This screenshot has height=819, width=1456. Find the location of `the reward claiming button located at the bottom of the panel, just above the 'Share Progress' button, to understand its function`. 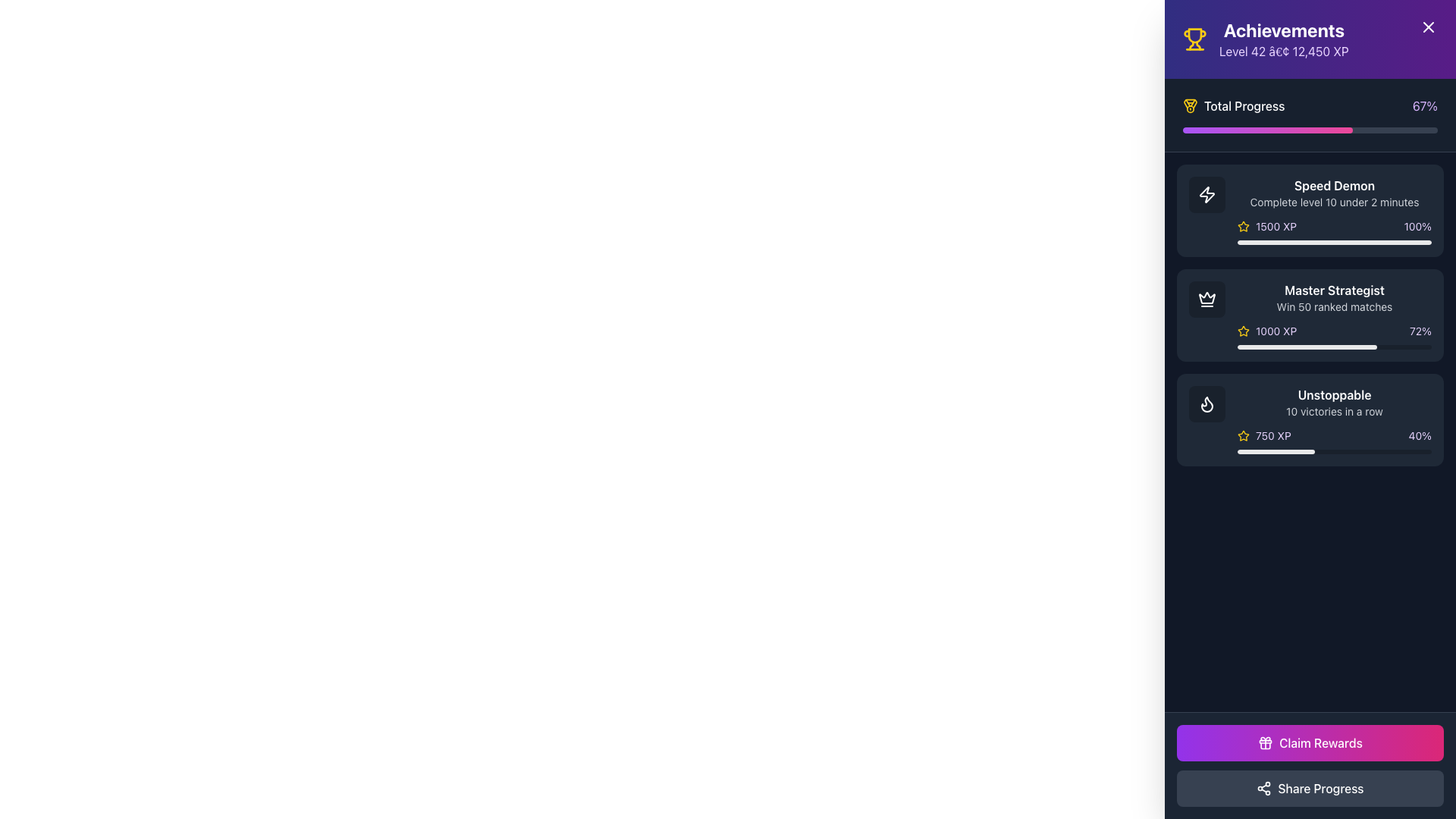

the reward claiming button located at the bottom of the panel, just above the 'Share Progress' button, to understand its function is located at coordinates (1310, 742).